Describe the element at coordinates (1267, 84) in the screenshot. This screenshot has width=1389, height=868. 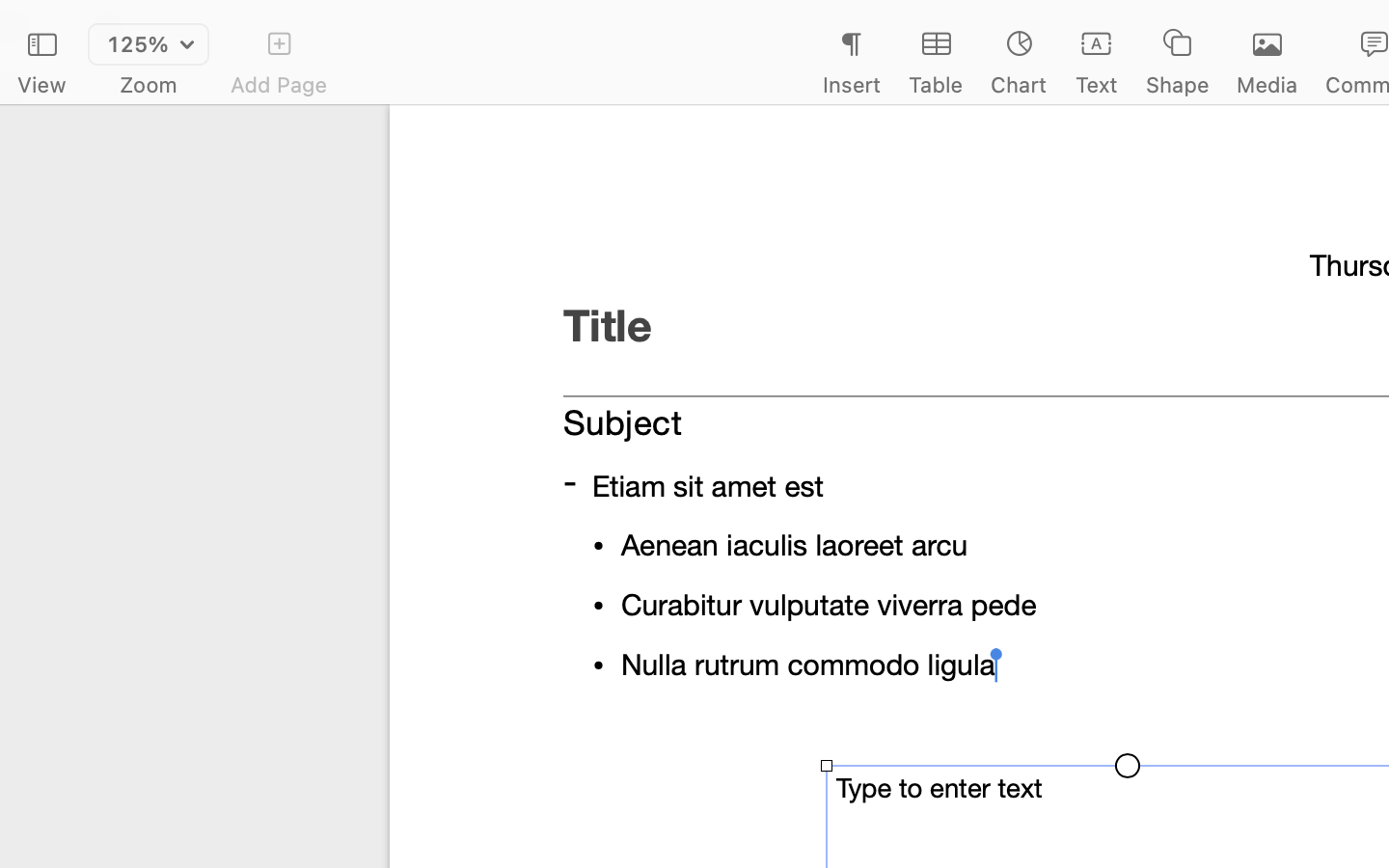
I see `'Media'` at that location.